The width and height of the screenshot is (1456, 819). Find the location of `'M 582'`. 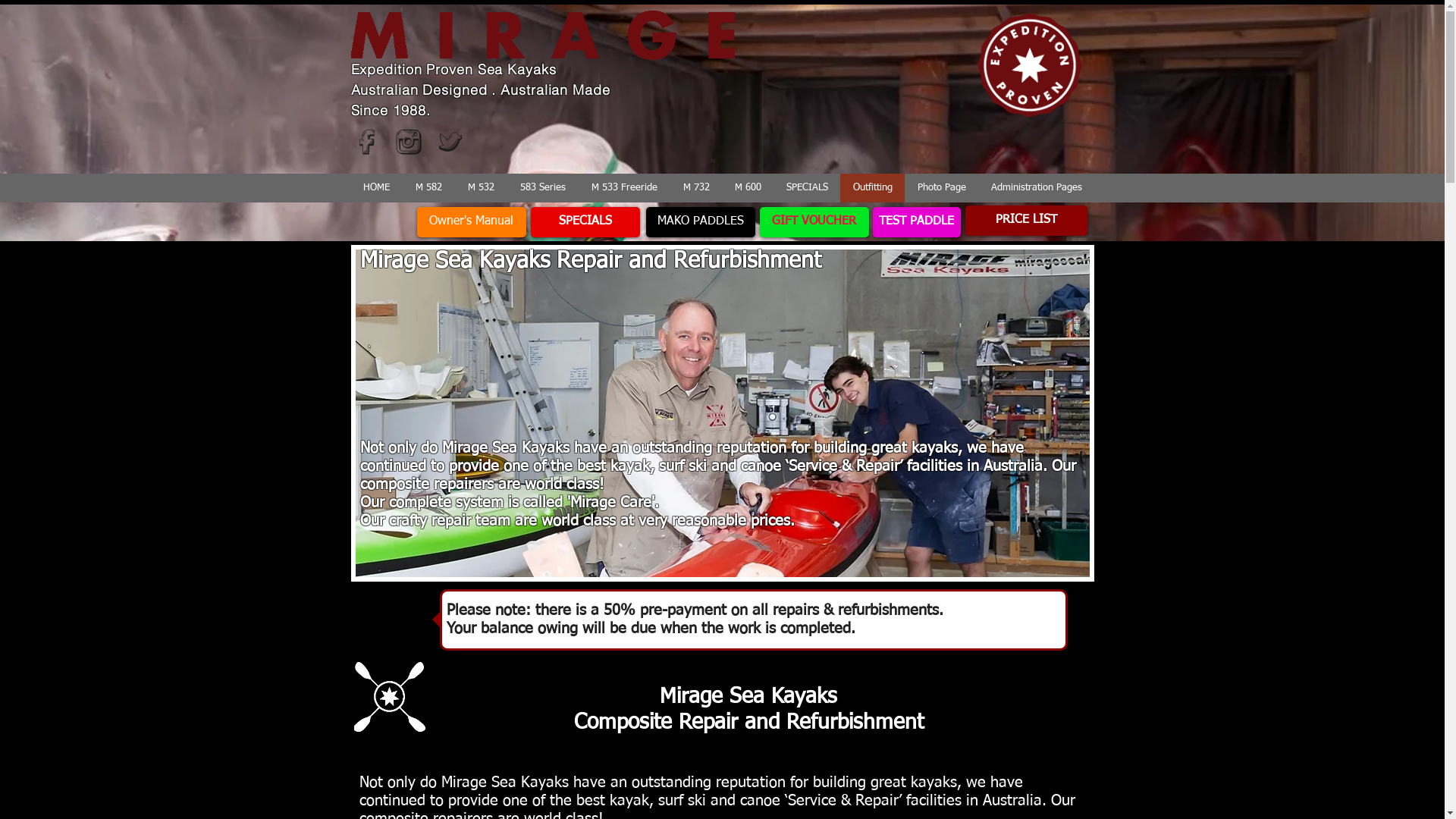

'M 582' is located at coordinates (427, 187).